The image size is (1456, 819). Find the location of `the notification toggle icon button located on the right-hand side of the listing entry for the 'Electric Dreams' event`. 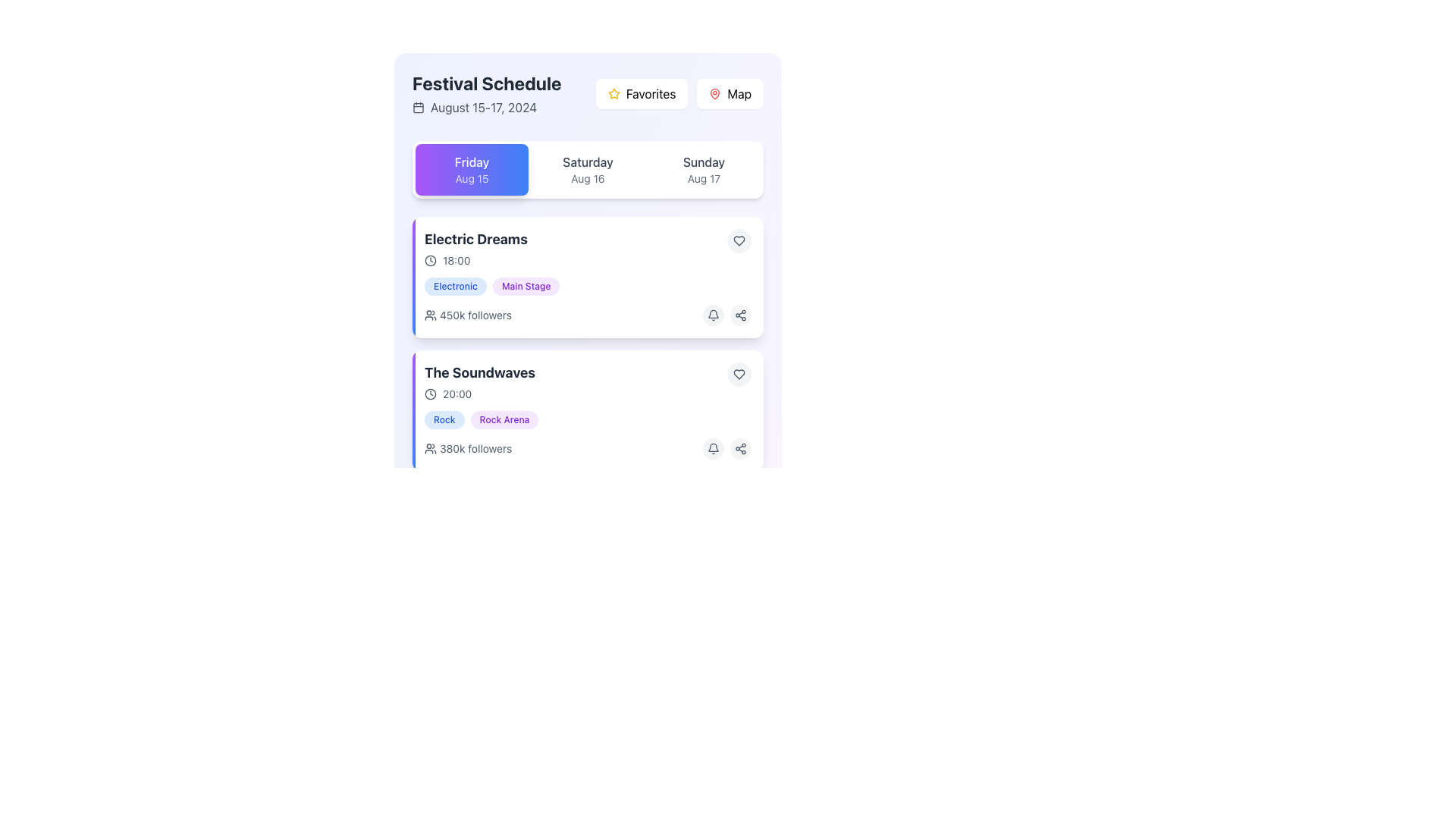

the notification toggle icon button located on the right-hand side of the listing entry for the 'Electric Dreams' event is located at coordinates (712, 447).